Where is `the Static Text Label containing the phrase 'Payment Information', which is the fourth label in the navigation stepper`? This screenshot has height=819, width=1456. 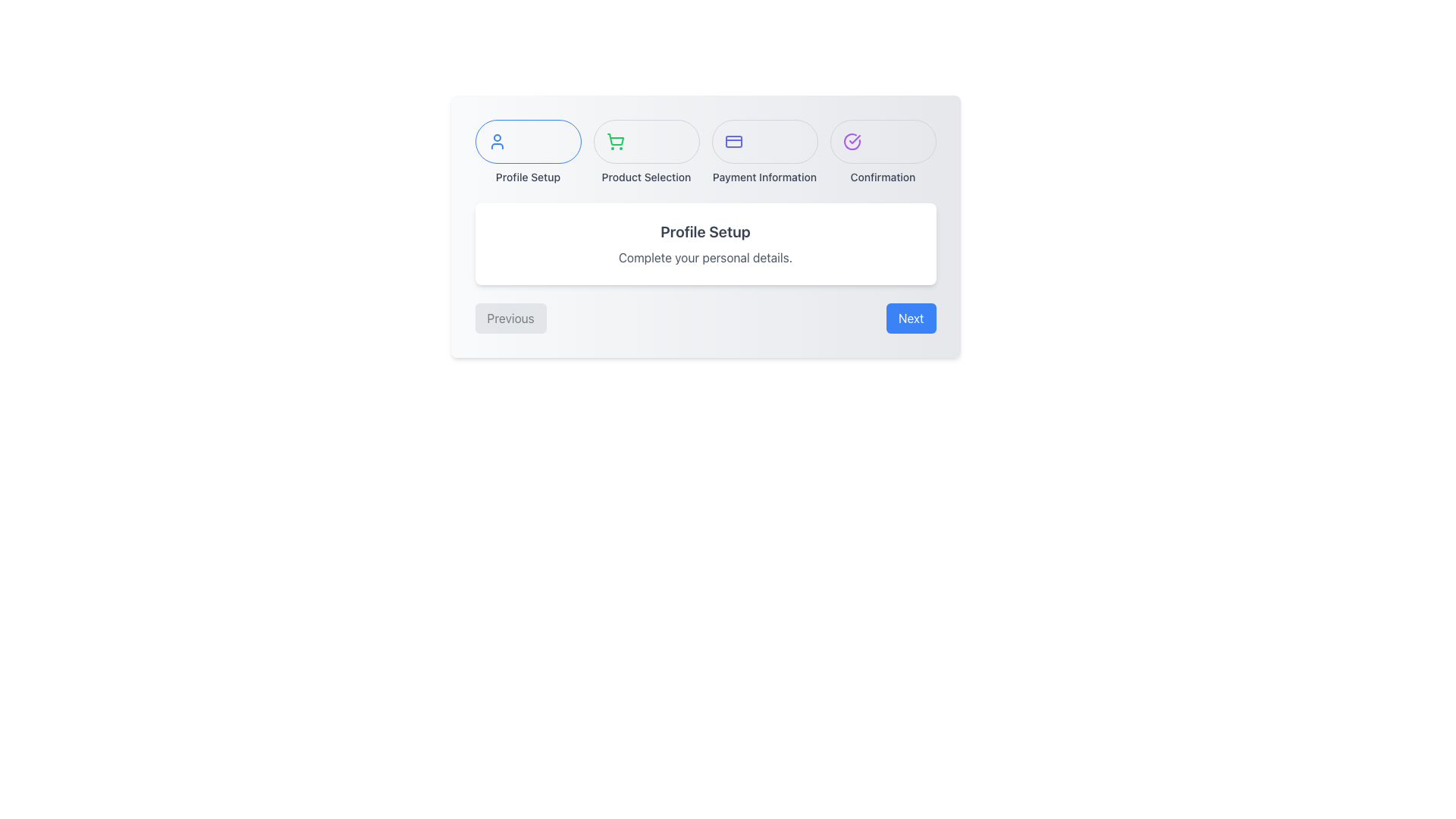
the Static Text Label containing the phrase 'Payment Information', which is the fourth label in the navigation stepper is located at coordinates (764, 177).